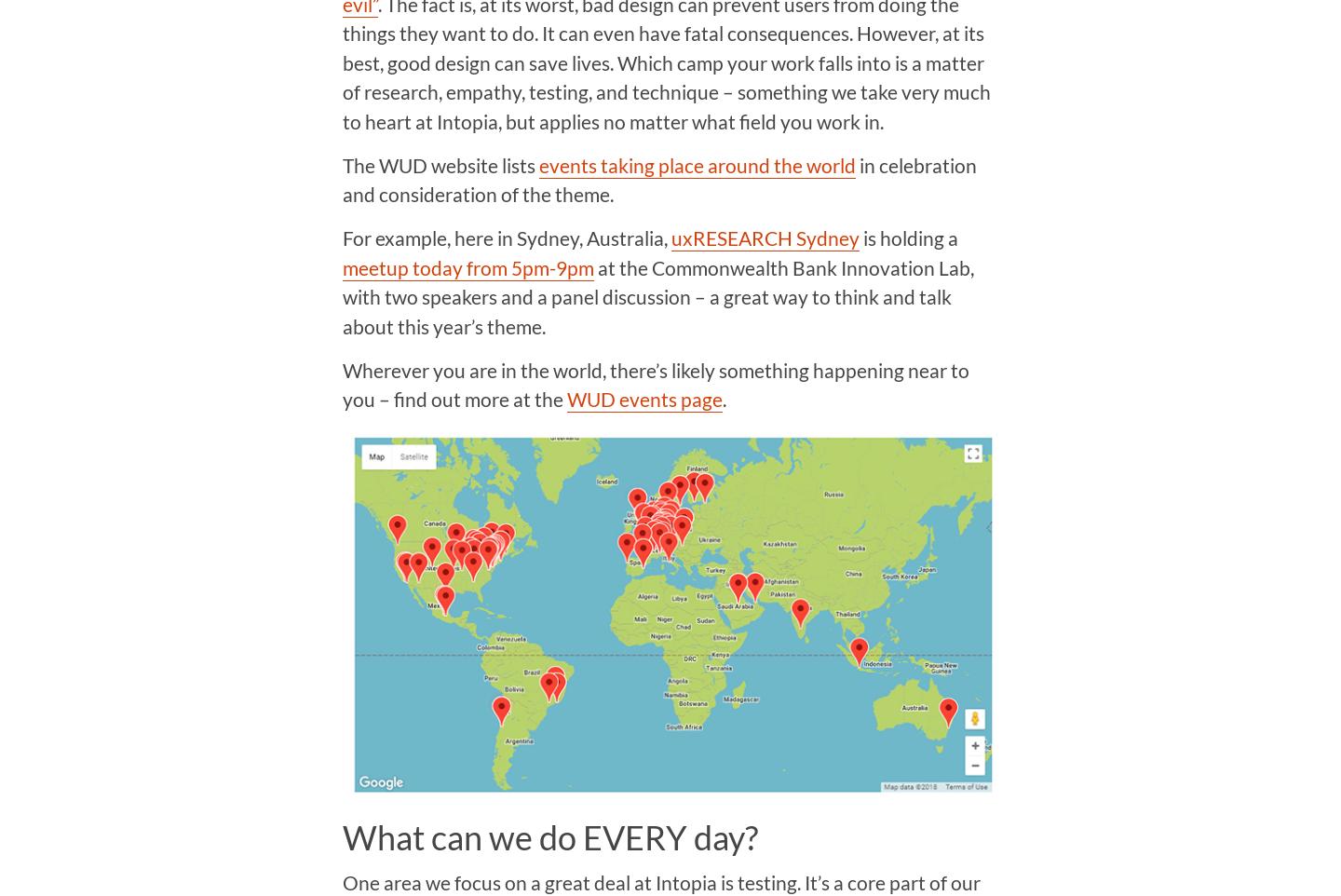 The width and height of the screenshot is (1341, 896). Describe the element at coordinates (907, 238) in the screenshot. I see `'is holding a'` at that location.